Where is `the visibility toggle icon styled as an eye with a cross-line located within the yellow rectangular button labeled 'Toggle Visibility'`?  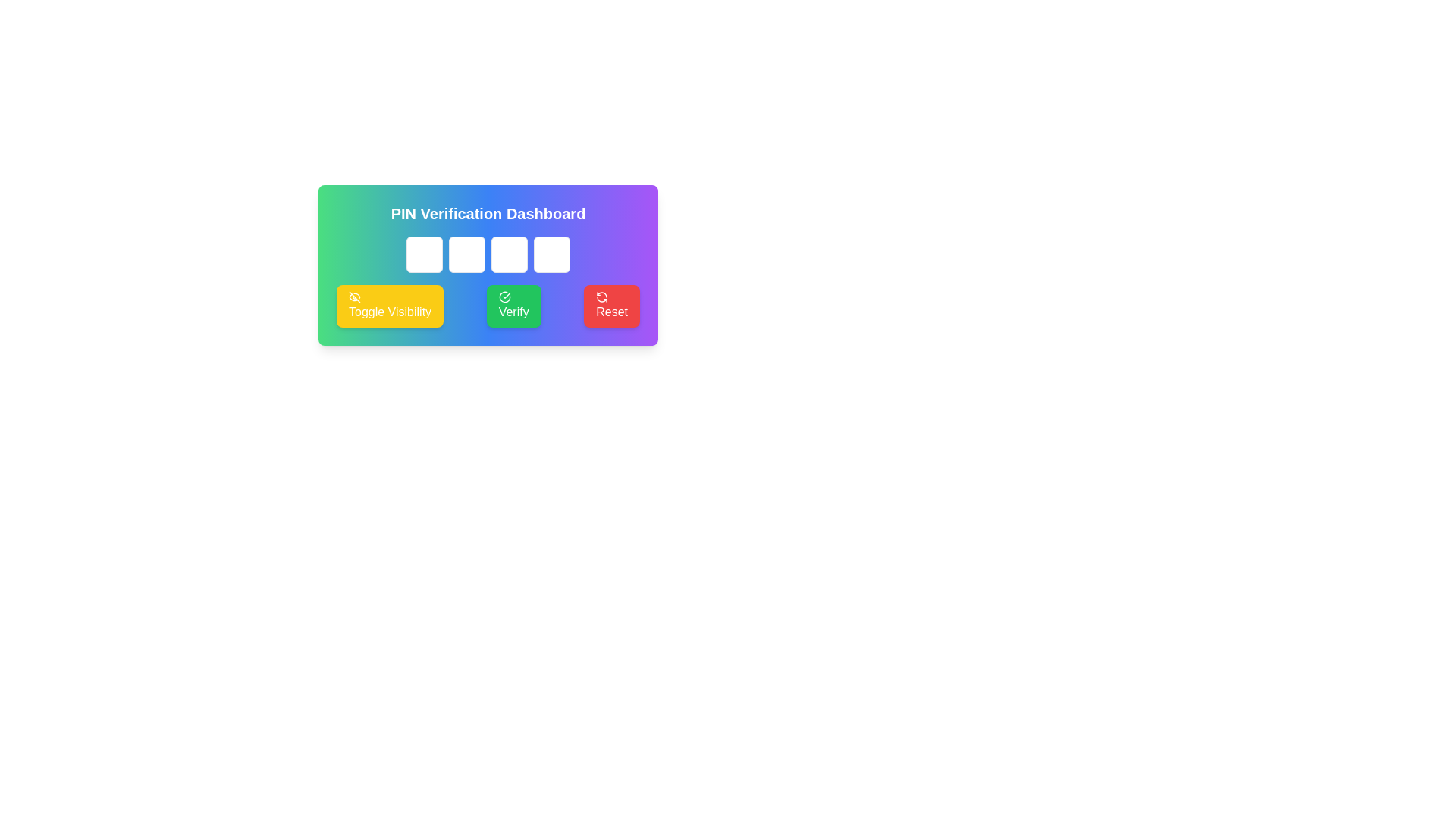 the visibility toggle icon styled as an eye with a cross-line located within the yellow rectangular button labeled 'Toggle Visibility' is located at coordinates (353, 297).